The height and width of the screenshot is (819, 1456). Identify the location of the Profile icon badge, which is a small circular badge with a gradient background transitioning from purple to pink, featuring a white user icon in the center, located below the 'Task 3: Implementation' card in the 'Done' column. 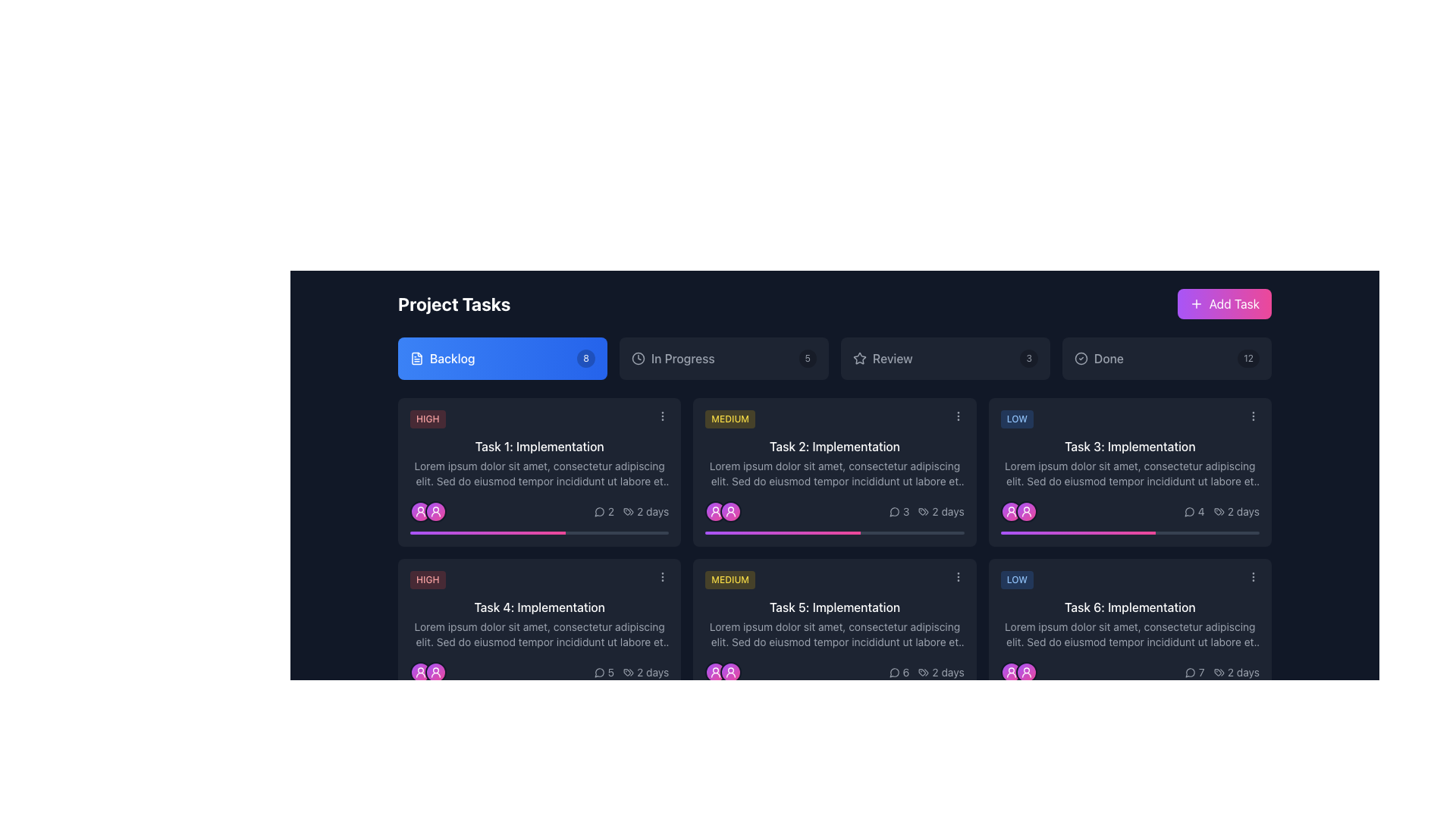
(1011, 512).